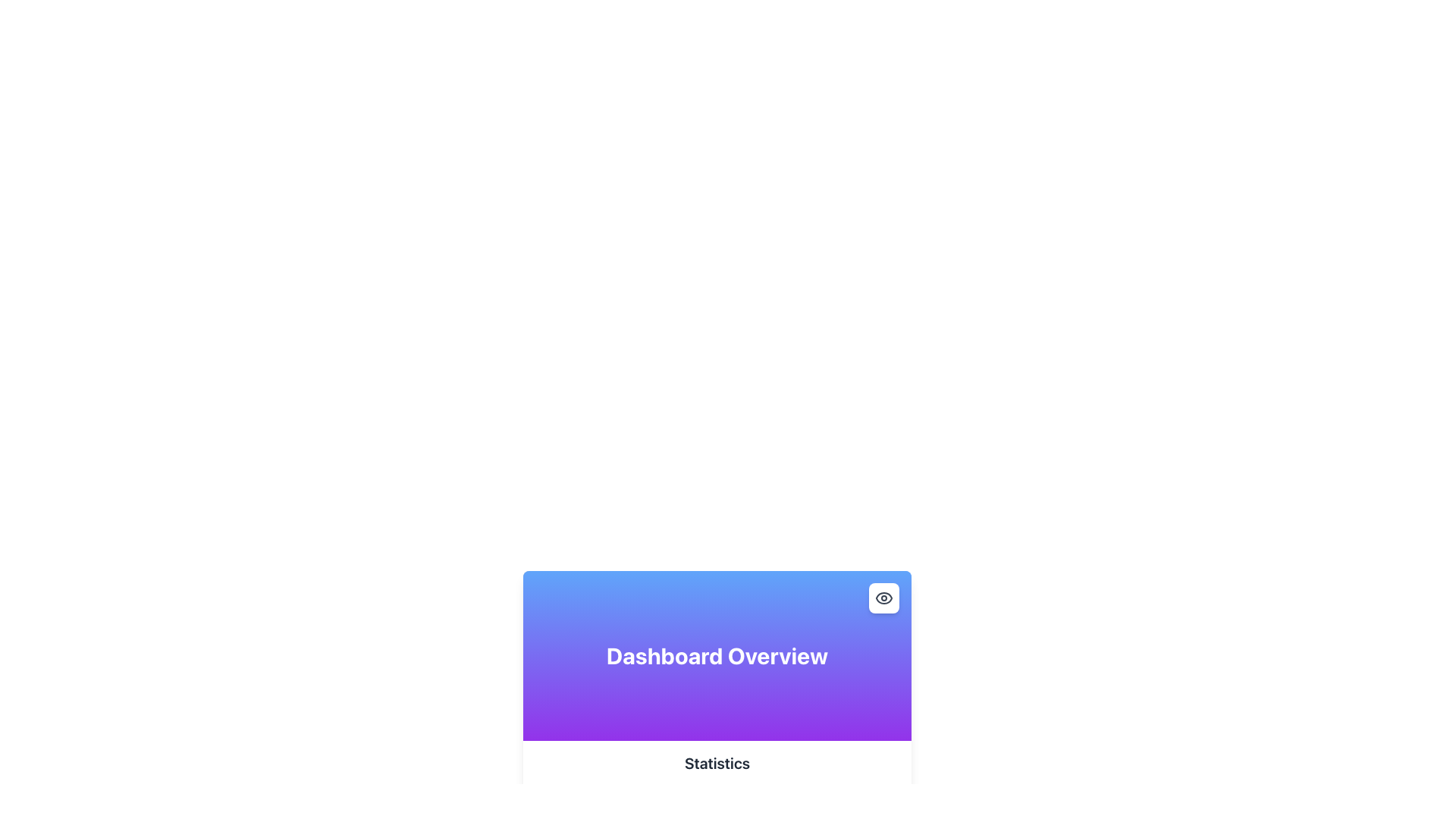 This screenshot has height=819, width=1456. I want to click on the eye icon located in the top-right corner of the Dashboard Overview card, so click(884, 598).